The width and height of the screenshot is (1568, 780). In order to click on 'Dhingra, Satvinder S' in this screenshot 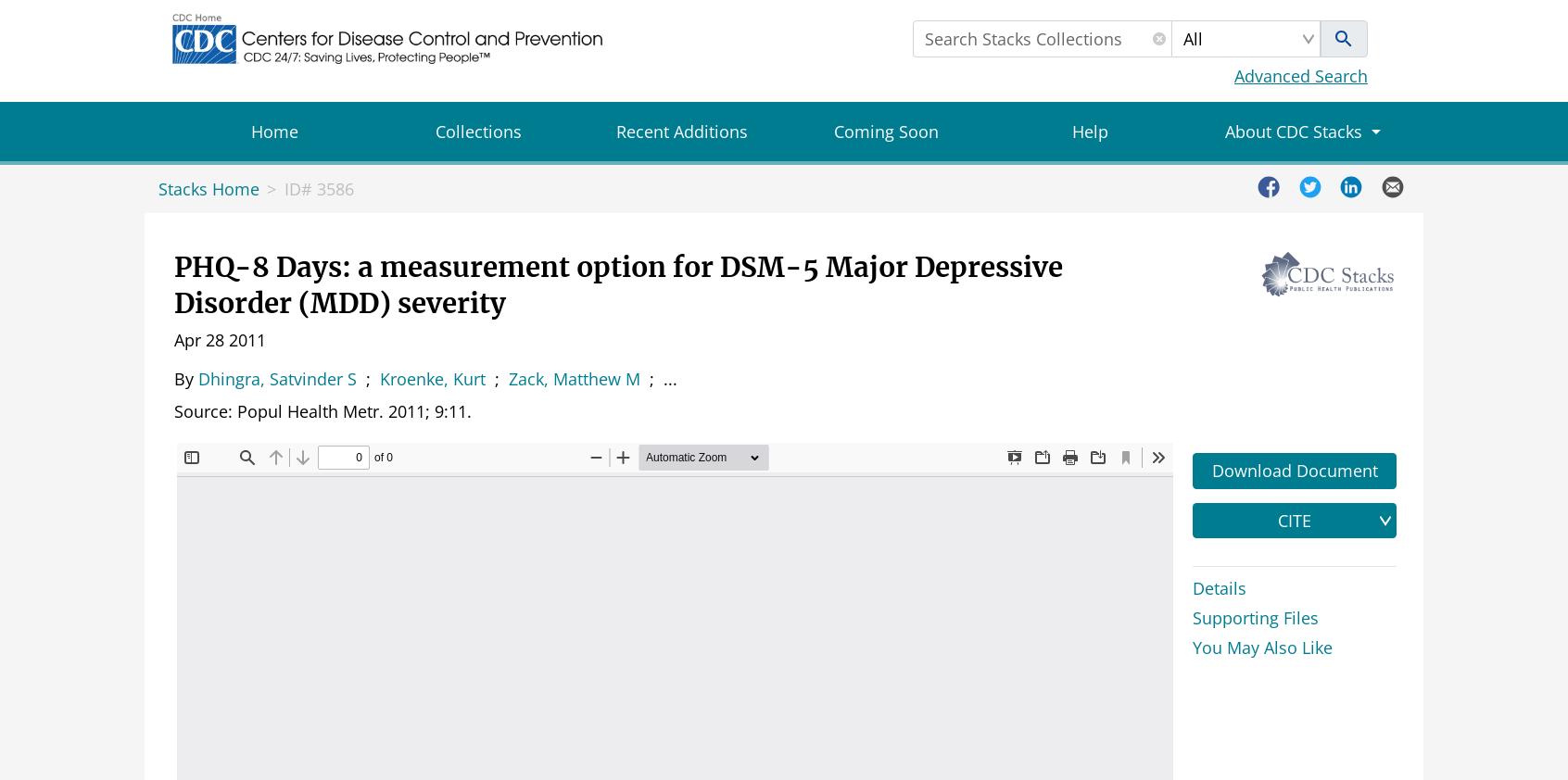, I will do `click(198, 378)`.